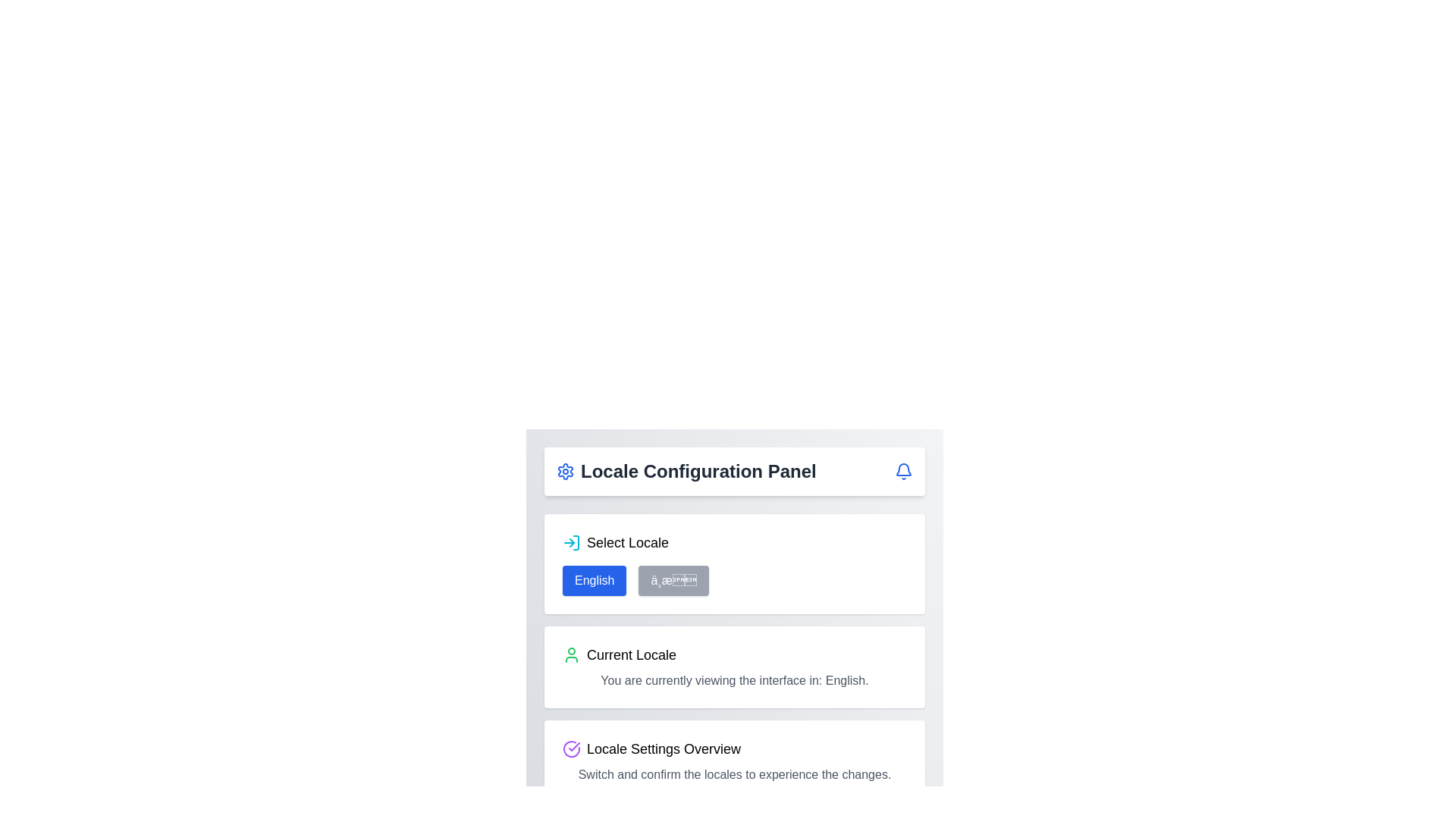 The width and height of the screenshot is (1456, 819). Describe the element at coordinates (903, 470) in the screenshot. I see `the bell-shaped icon located in the top-right corner of the 'Locale Configuration Panel'` at that location.